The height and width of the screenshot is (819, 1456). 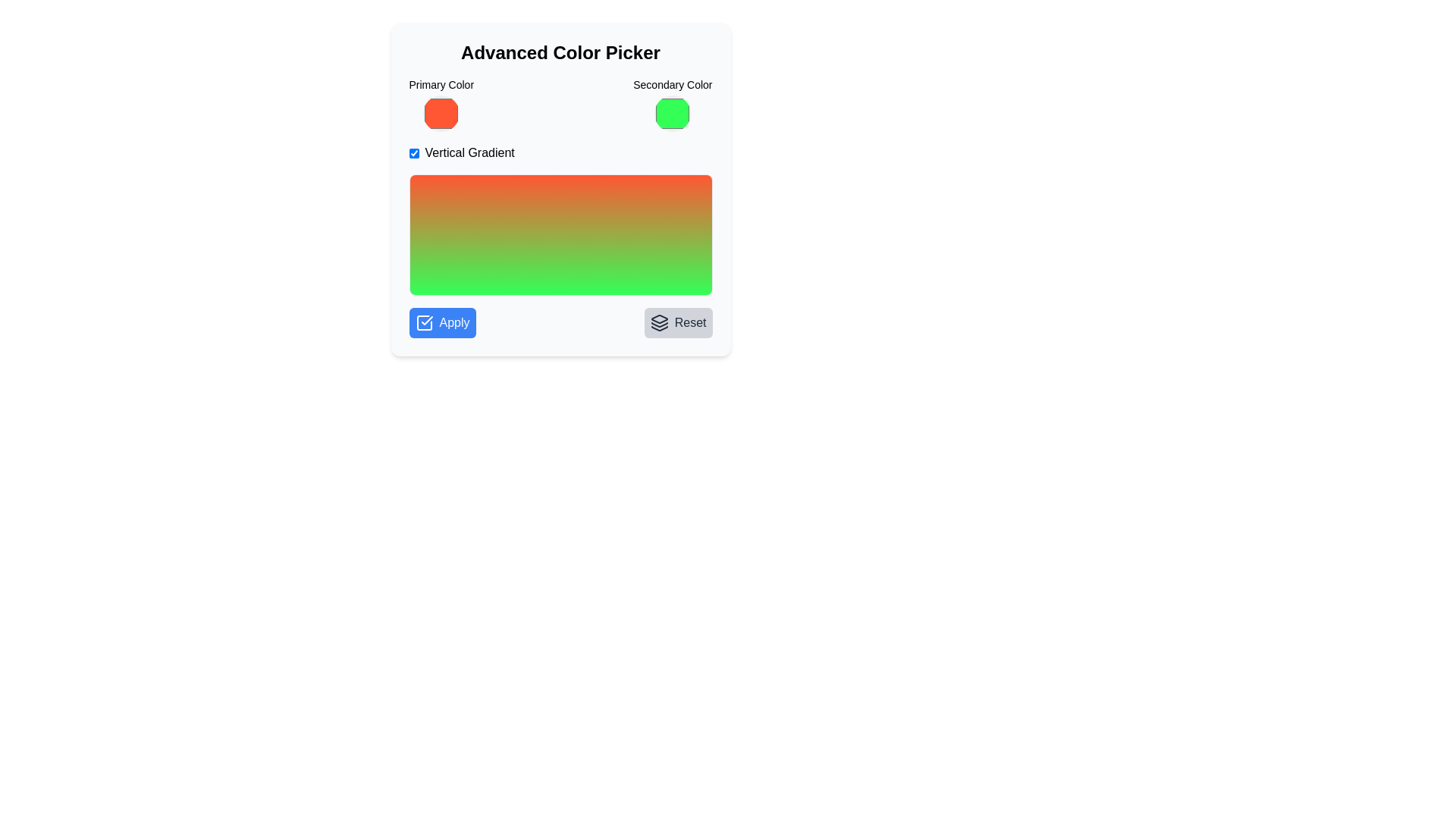 What do you see at coordinates (689, 322) in the screenshot?
I see `text content of the 'Reset' label located to the right of the 'Apply' button in the bottom right corner of the interface` at bounding box center [689, 322].